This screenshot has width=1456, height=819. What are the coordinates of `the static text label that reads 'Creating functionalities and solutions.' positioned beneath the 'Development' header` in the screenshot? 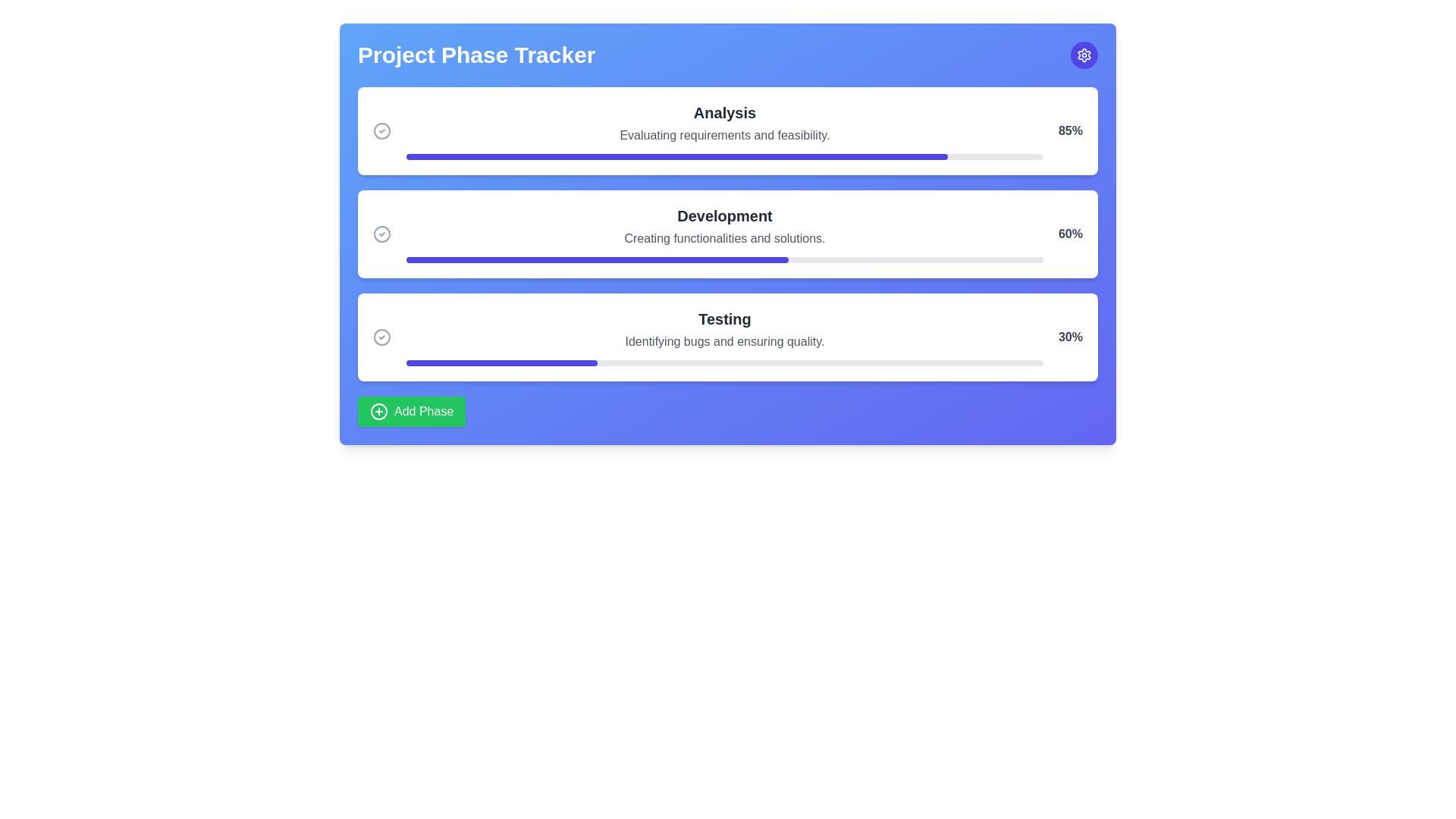 It's located at (723, 239).